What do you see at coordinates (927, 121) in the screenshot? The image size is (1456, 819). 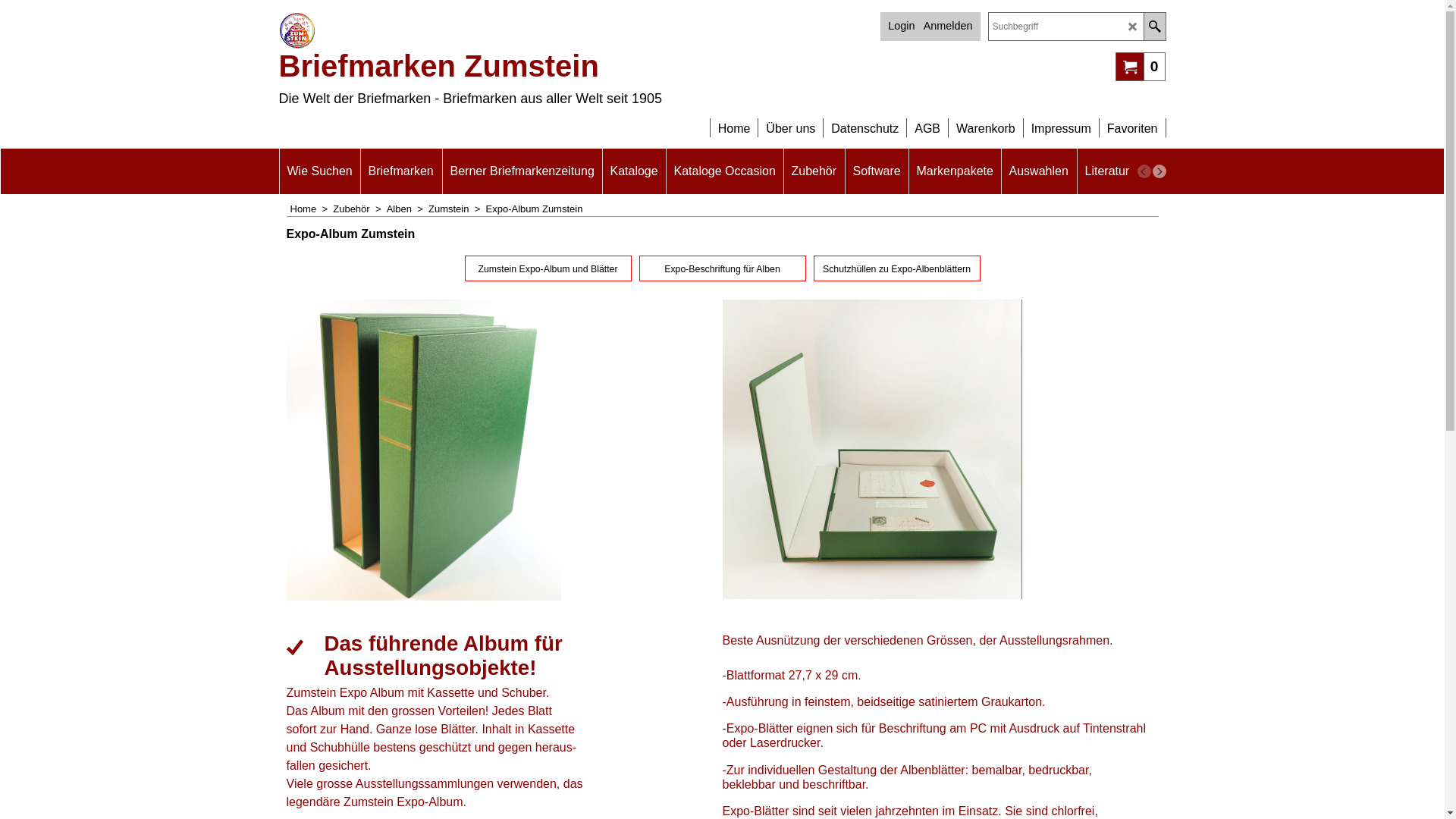 I see `'AGB'` at bounding box center [927, 121].